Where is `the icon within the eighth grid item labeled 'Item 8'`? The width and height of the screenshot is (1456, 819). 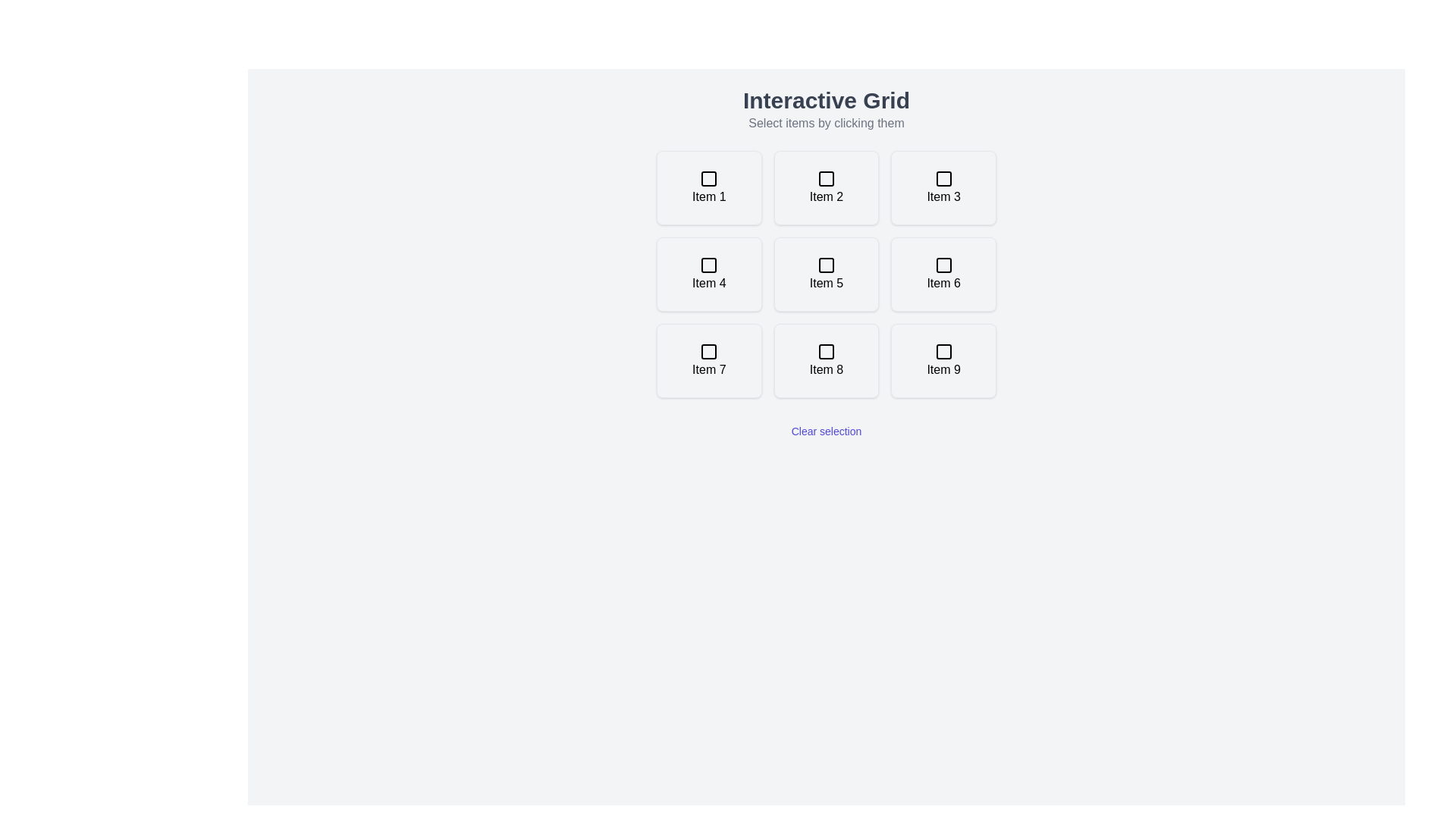 the icon within the eighth grid item labeled 'Item 8' is located at coordinates (825, 351).